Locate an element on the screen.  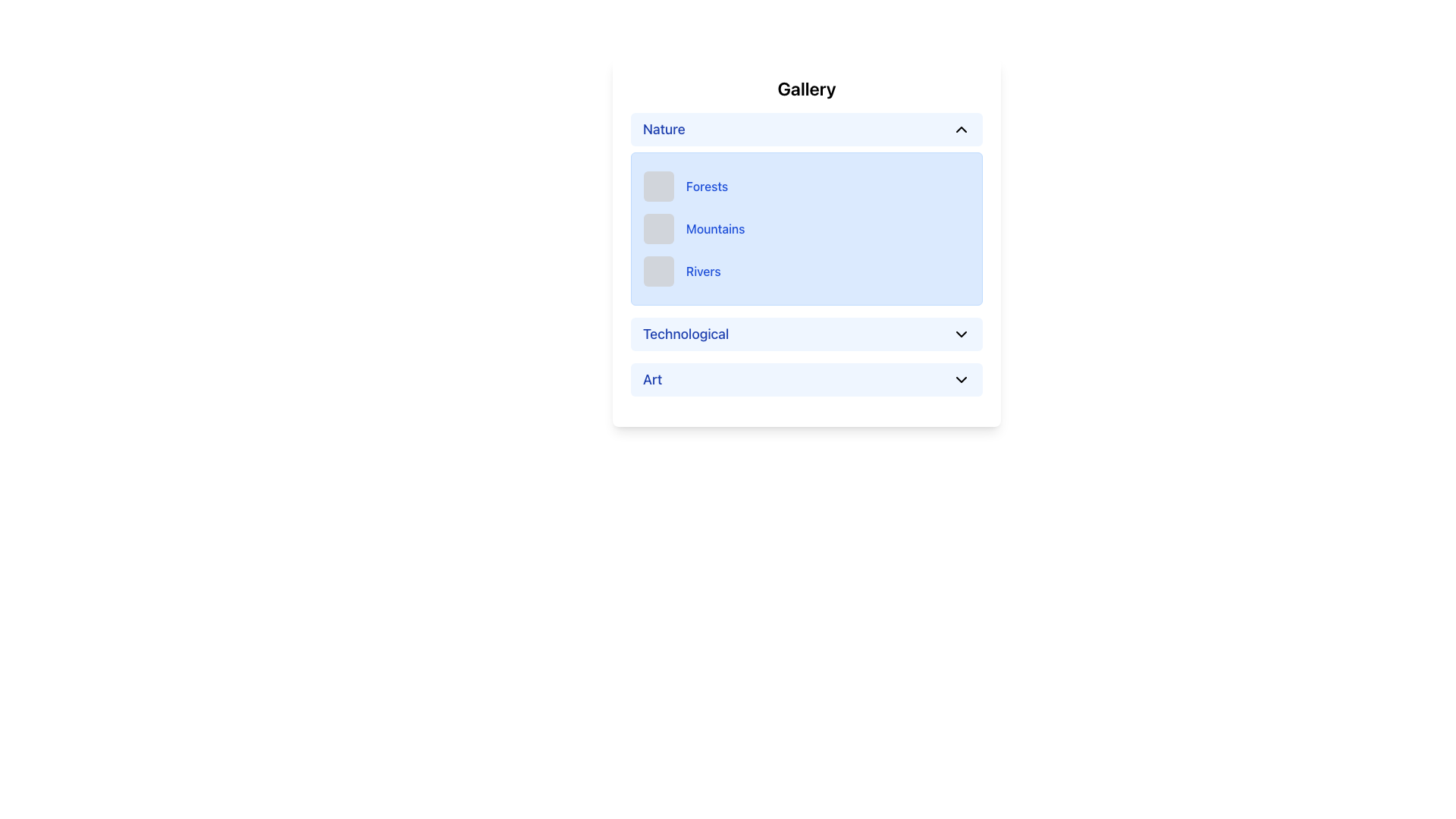
the third item is located at coordinates (806, 271).